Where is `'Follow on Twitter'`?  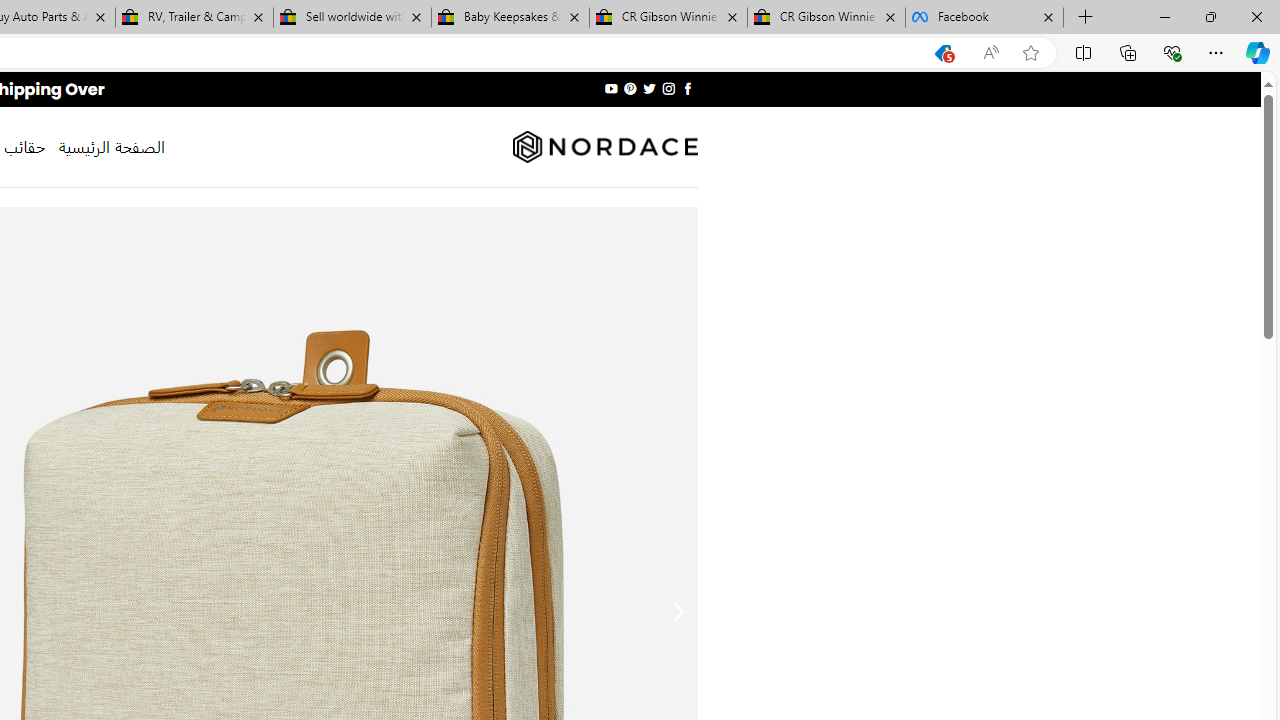
'Follow on Twitter' is located at coordinates (648, 88).